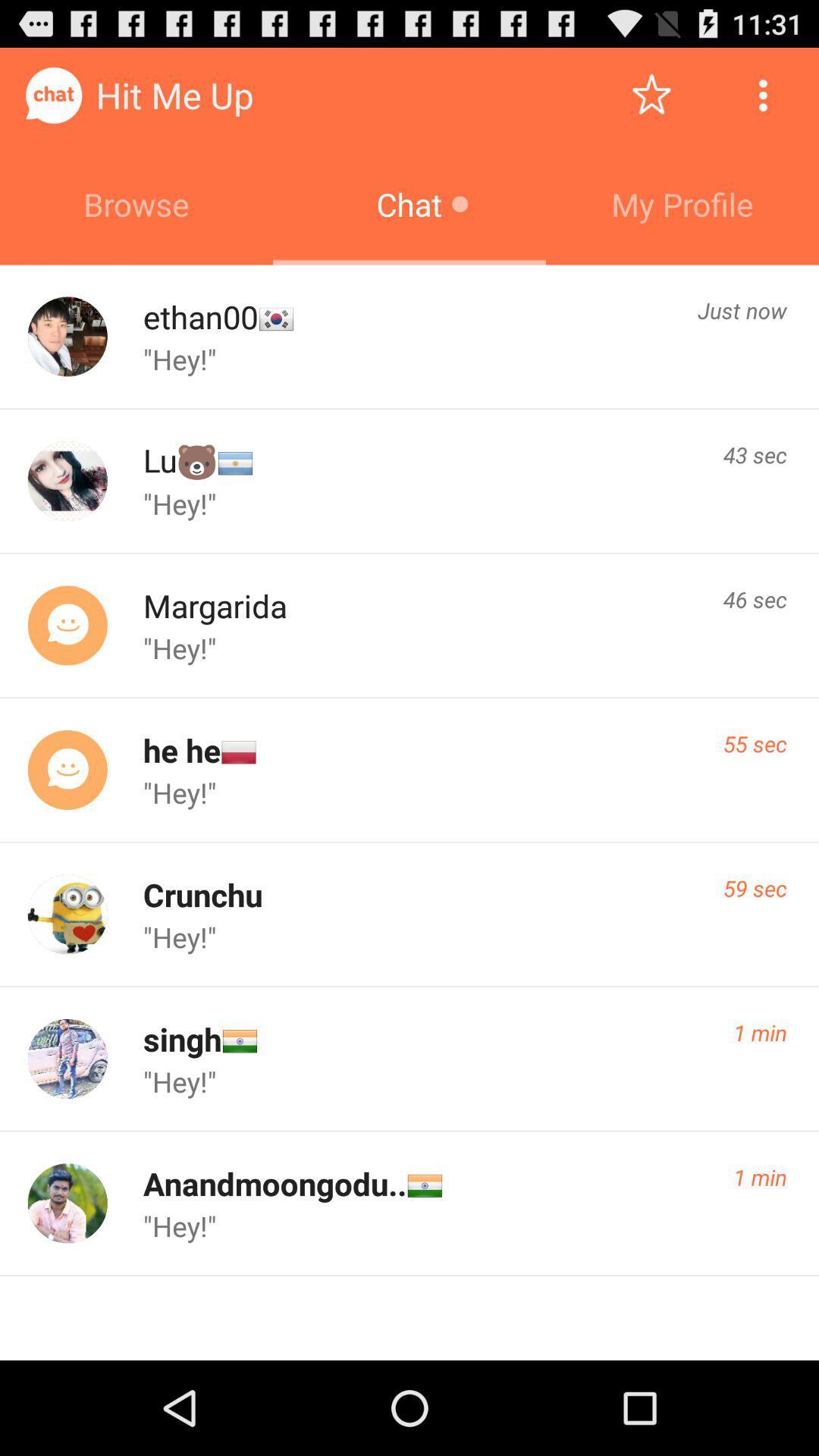 This screenshot has width=819, height=1456. What do you see at coordinates (651, 94) in the screenshot?
I see `to favorites` at bounding box center [651, 94].